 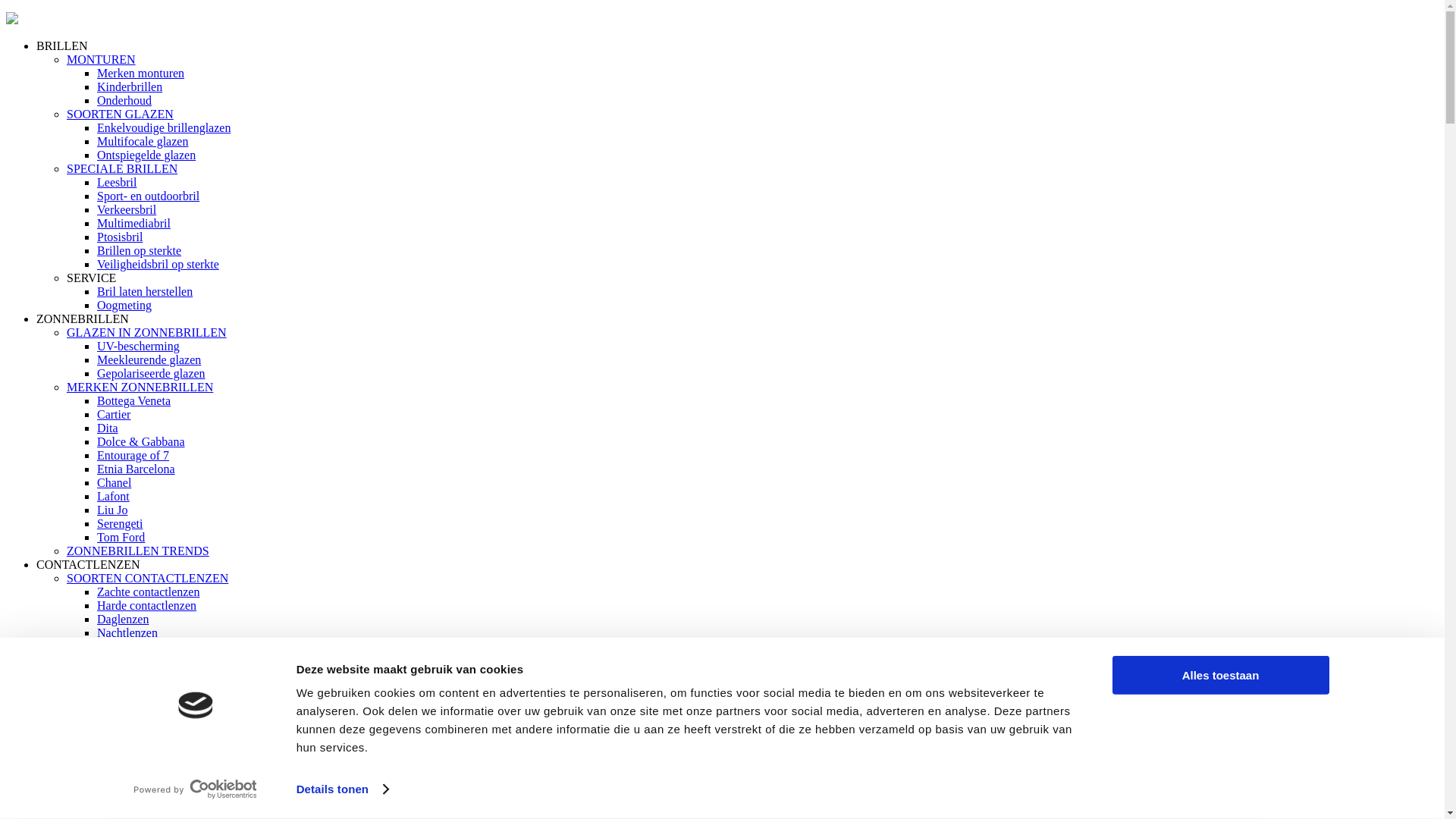 I want to click on 'Starten met lenzen', so click(x=142, y=727).